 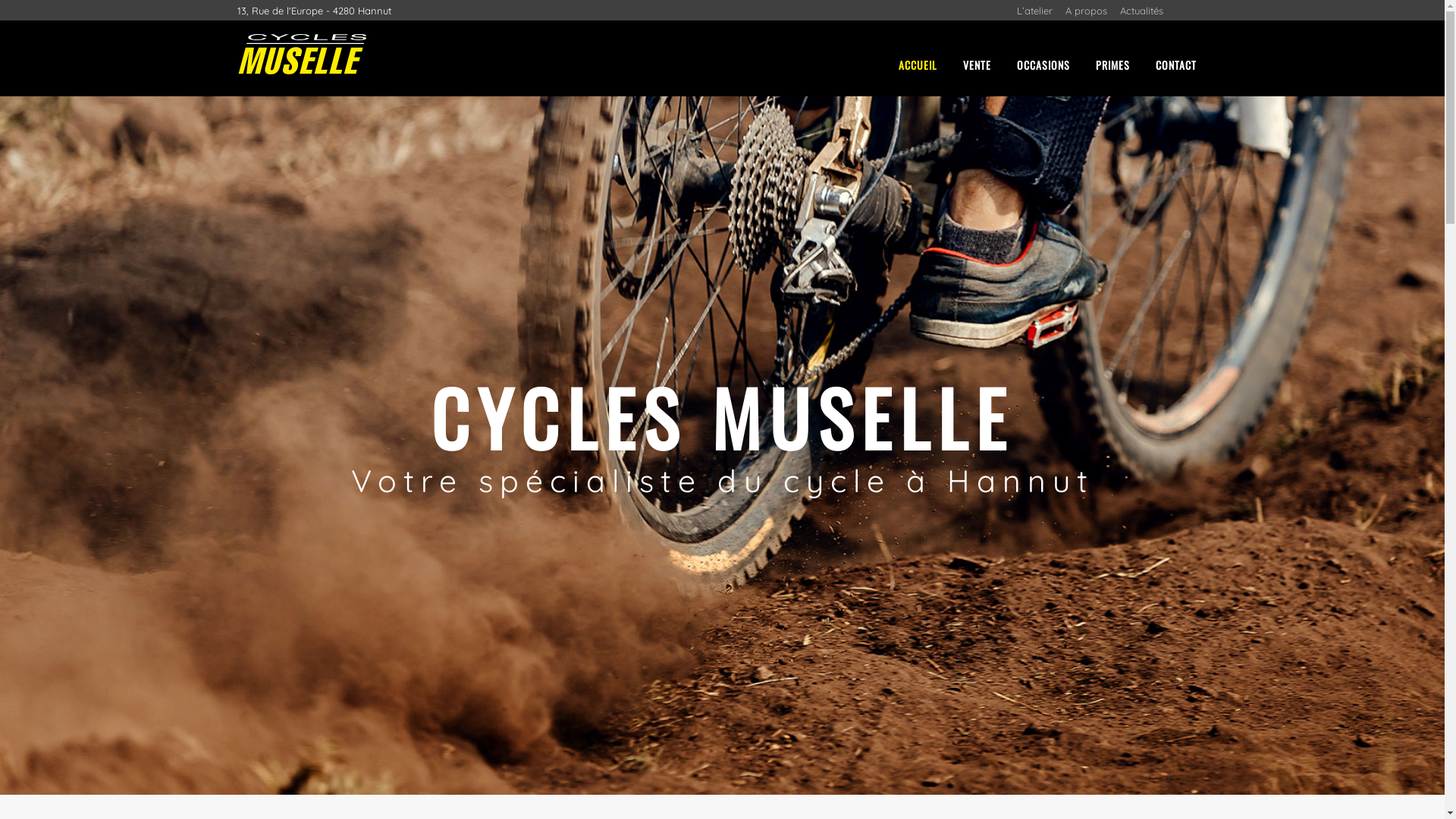 What do you see at coordinates (1063, 11) in the screenshot?
I see `'A propos'` at bounding box center [1063, 11].